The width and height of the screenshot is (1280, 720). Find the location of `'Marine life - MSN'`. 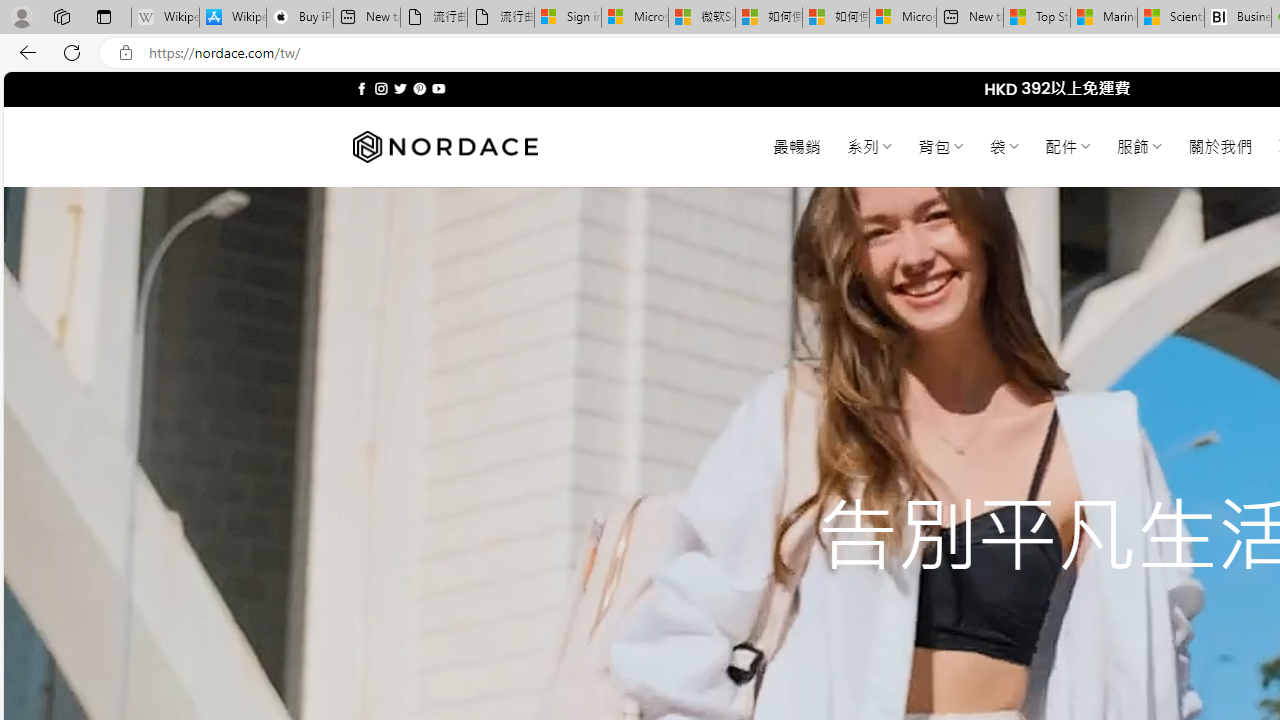

'Marine life - MSN' is located at coordinates (1103, 17).